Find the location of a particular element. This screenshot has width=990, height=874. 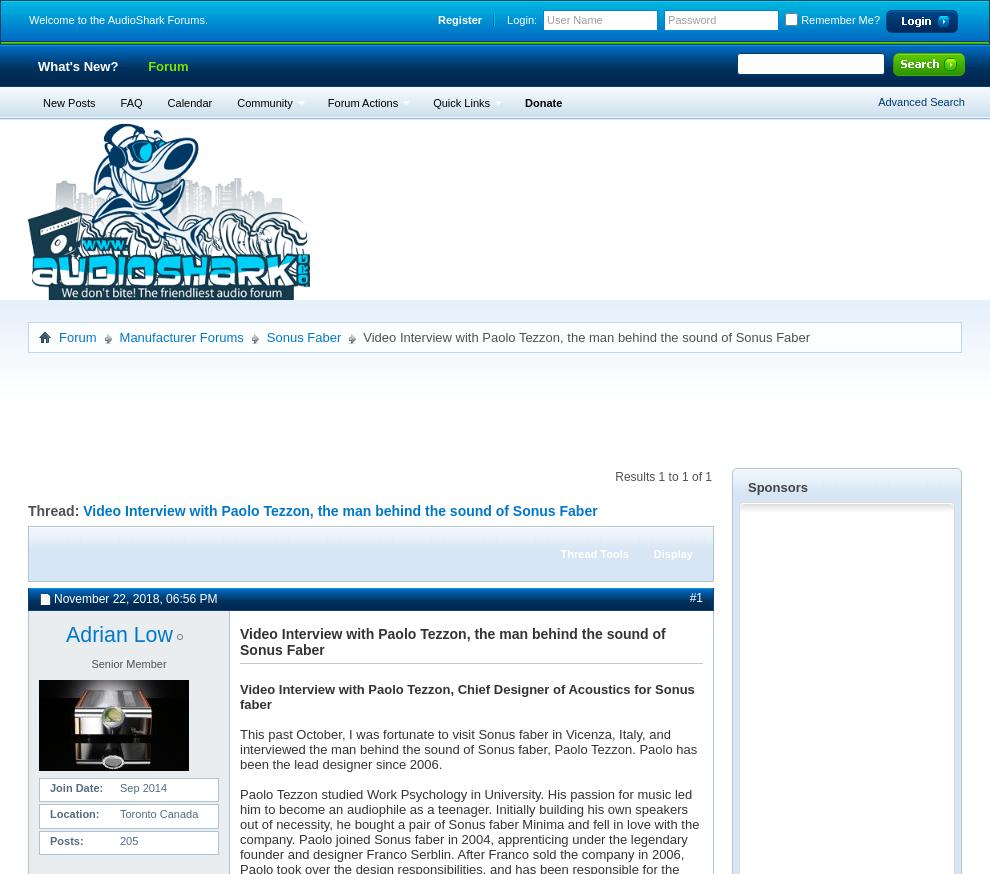

'November 22, 2018,' is located at coordinates (108, 598).